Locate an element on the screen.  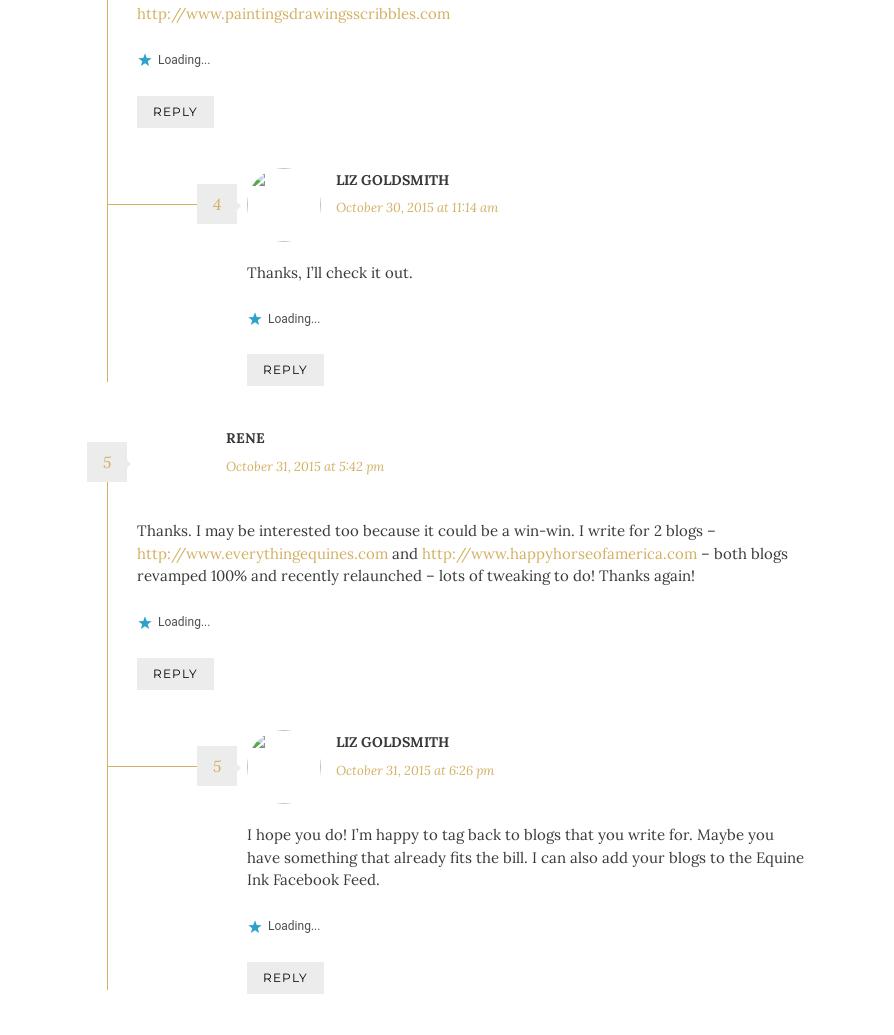
'http://www.happyhorseofamerica.com' is located at coordinates (559, 582).